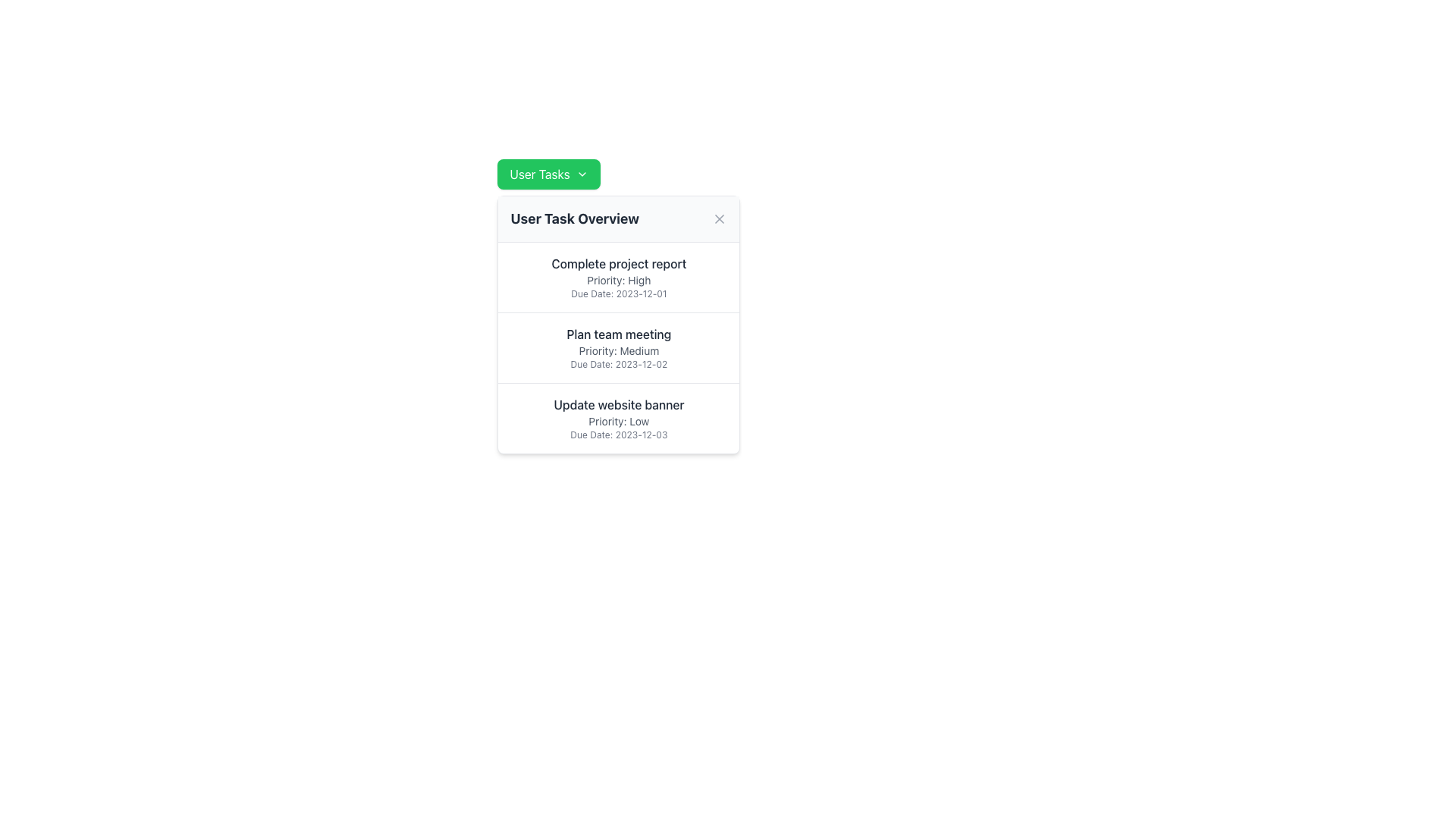  Describe the element at coordinates (619, 333) in the screenshot. I see `the title text component of a task item in the 'User Task Overview' panel, which is positioned above 'Priority: Medium' and 'Due Date: 2023-12-02'` at that location.